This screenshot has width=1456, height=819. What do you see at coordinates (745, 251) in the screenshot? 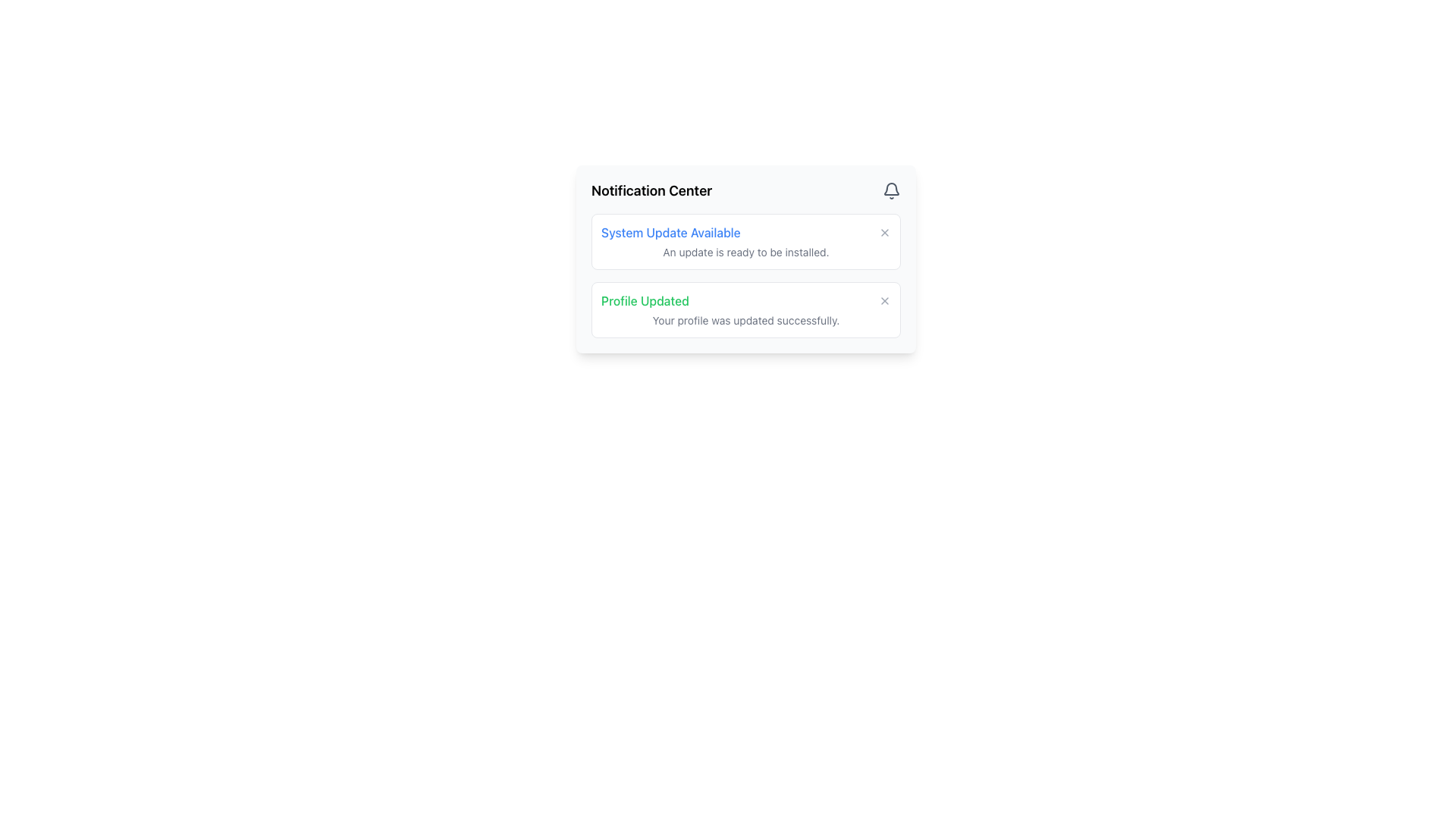
I see `descriptive text of the 'System Update Available' notification located below the heading in the notification center` at bounding box center [745, 251].